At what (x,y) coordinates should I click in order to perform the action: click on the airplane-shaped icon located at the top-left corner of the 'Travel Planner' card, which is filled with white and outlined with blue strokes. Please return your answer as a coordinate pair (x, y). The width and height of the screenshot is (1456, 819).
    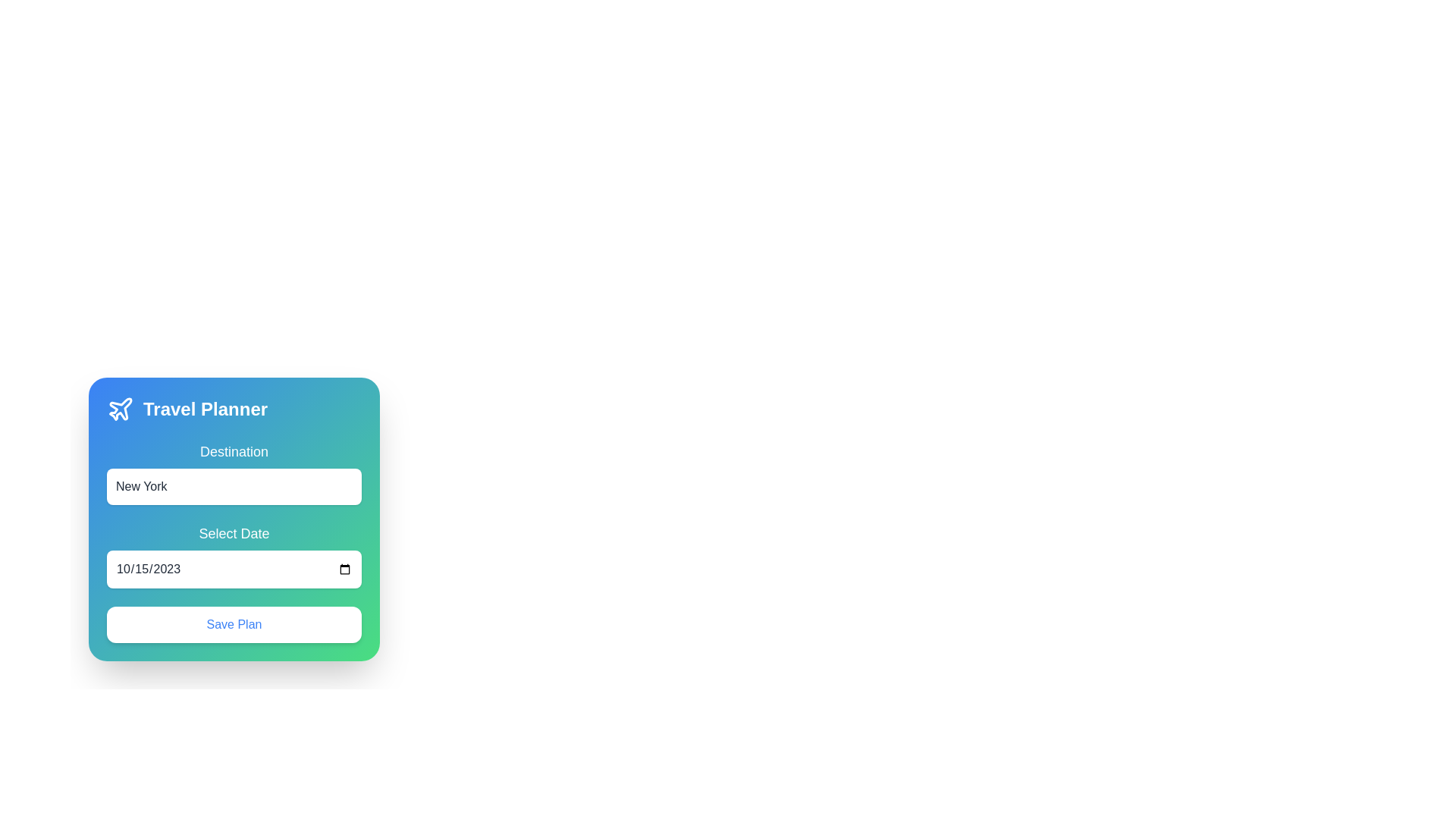
    Looking at the image, I should click on (120, 408).